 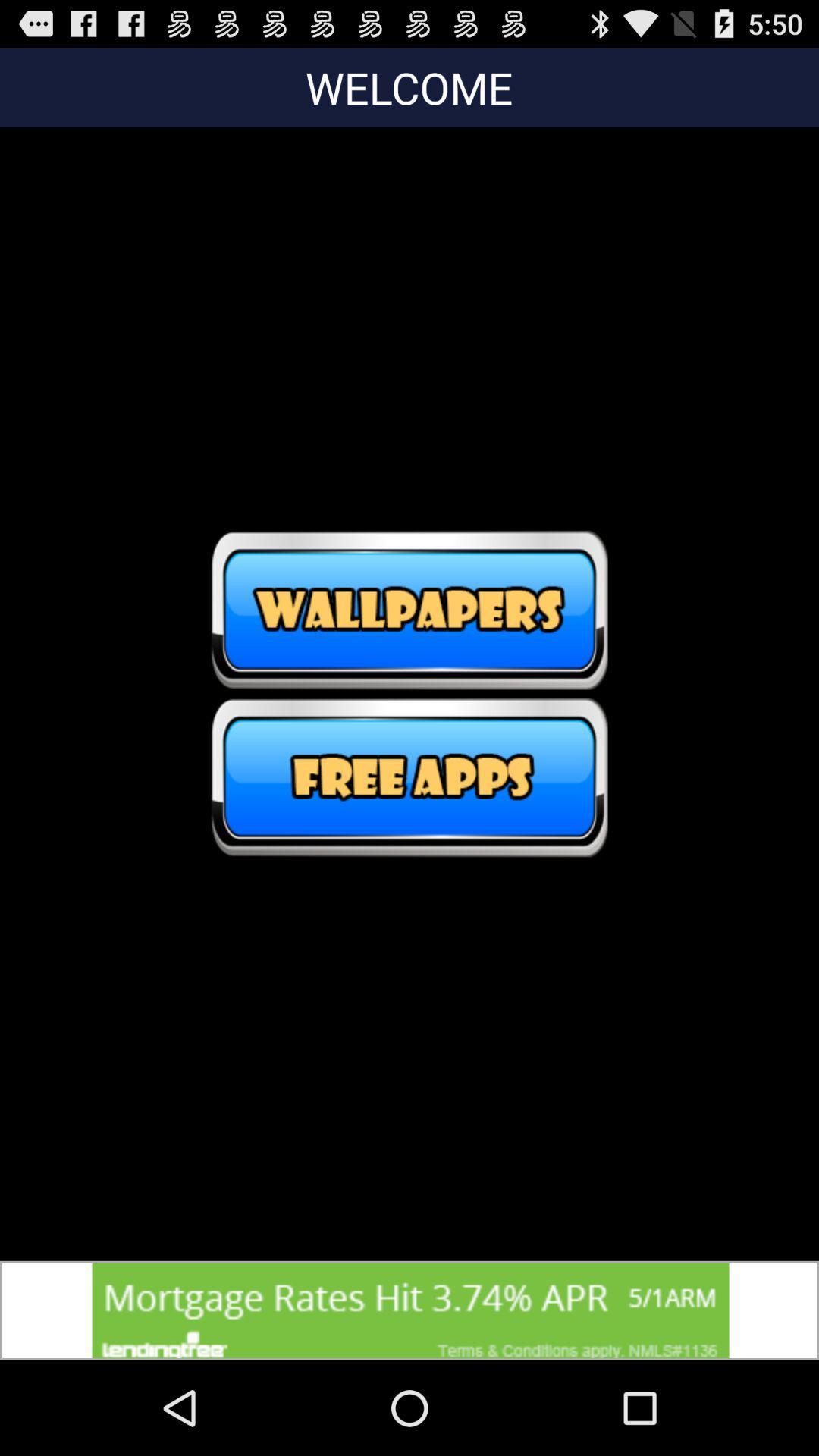 What do you see at coordinates (409, 1310) in the screenshot?
I see `advertisement information` at bounding box center [409, 1310].